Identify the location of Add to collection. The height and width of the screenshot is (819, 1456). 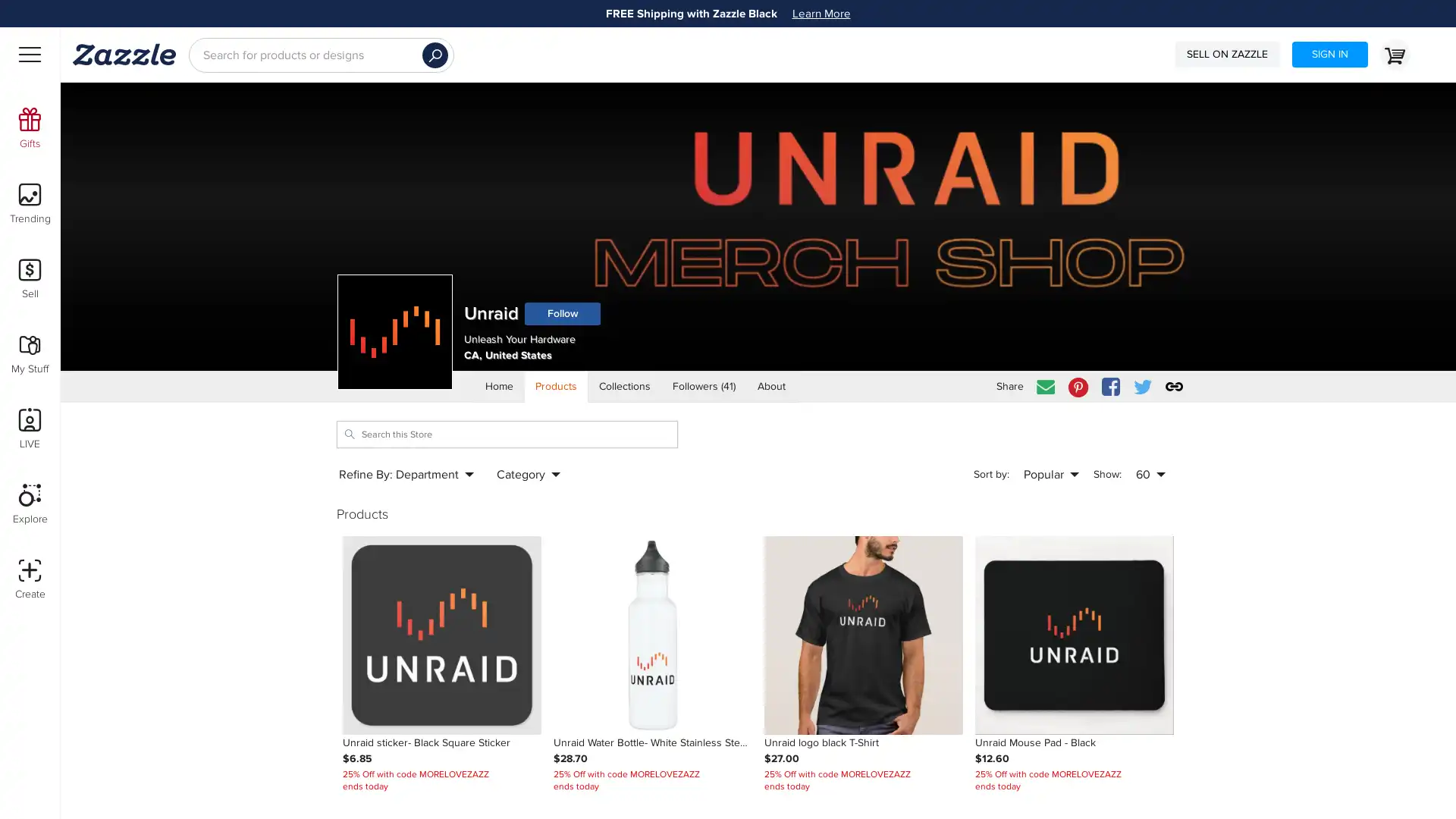
(508, 550).